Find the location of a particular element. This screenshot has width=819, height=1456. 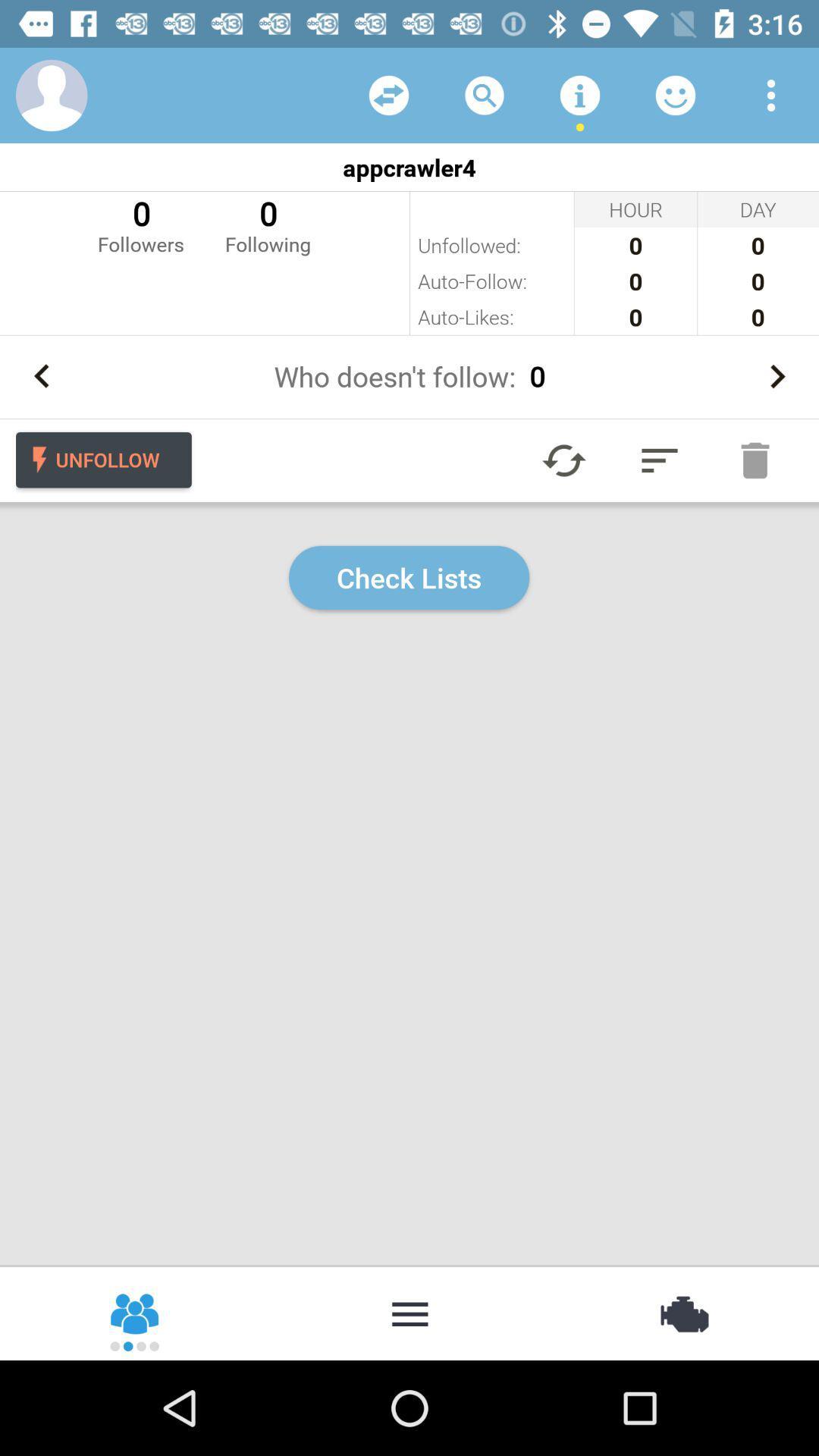

the arrow_forward icon is located at coordinates (777, 376).